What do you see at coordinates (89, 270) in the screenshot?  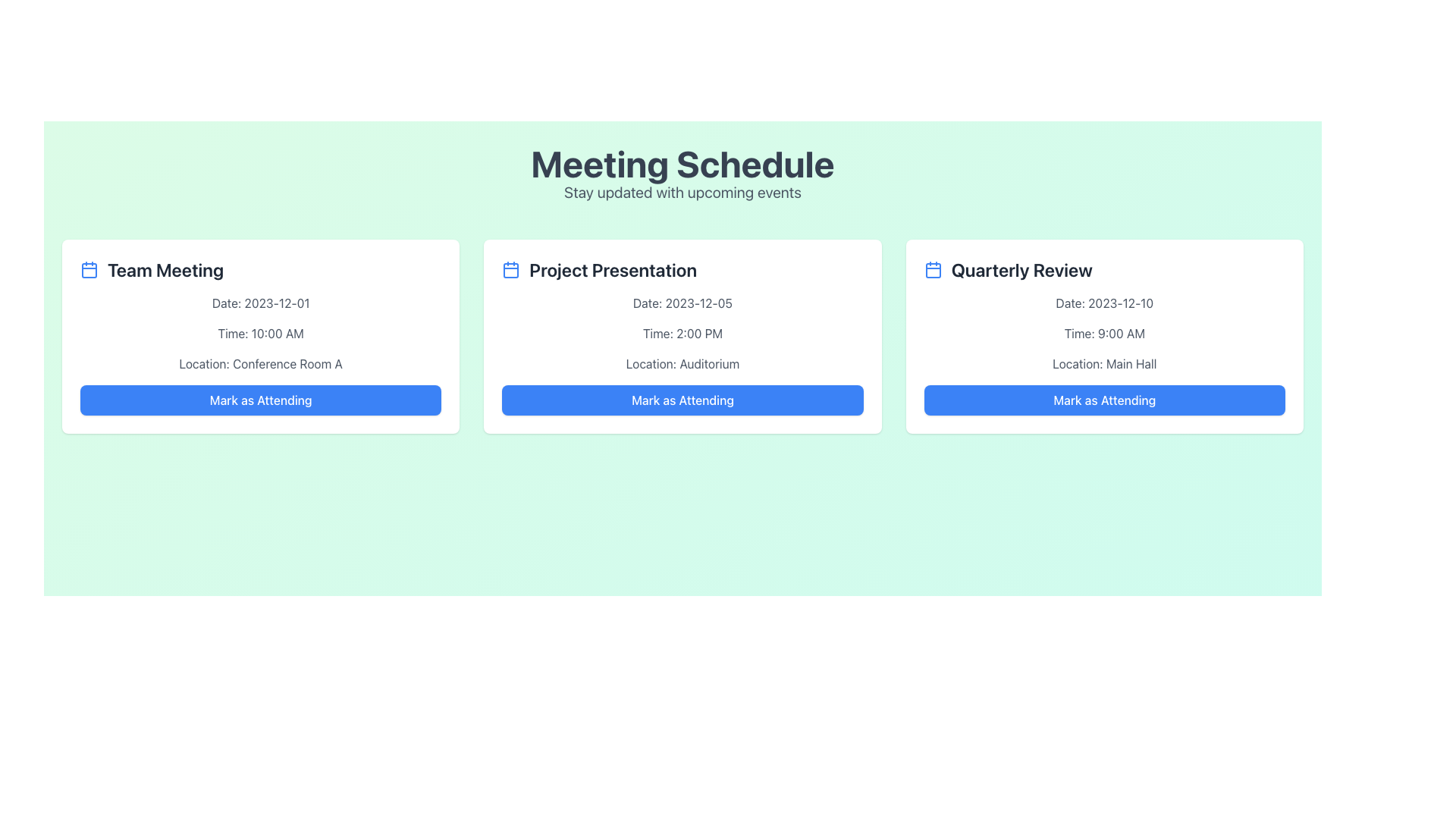 I see `blue rounded rectangular vector graphic subcomponent of the calendar icon located within the 'Team Meeting' event card` at bounding box center [89, 270].